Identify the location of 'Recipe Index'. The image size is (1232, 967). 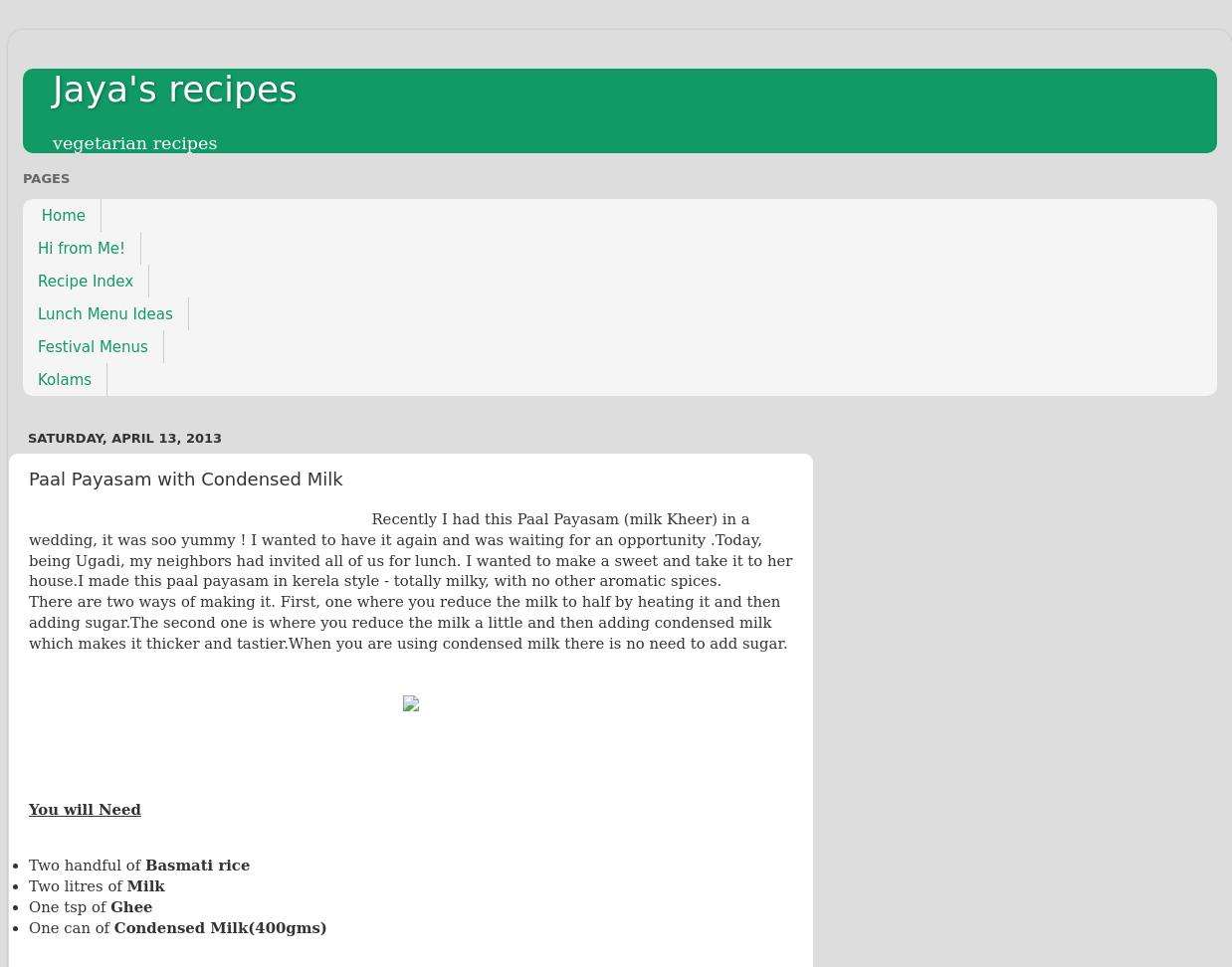
(85, 280).